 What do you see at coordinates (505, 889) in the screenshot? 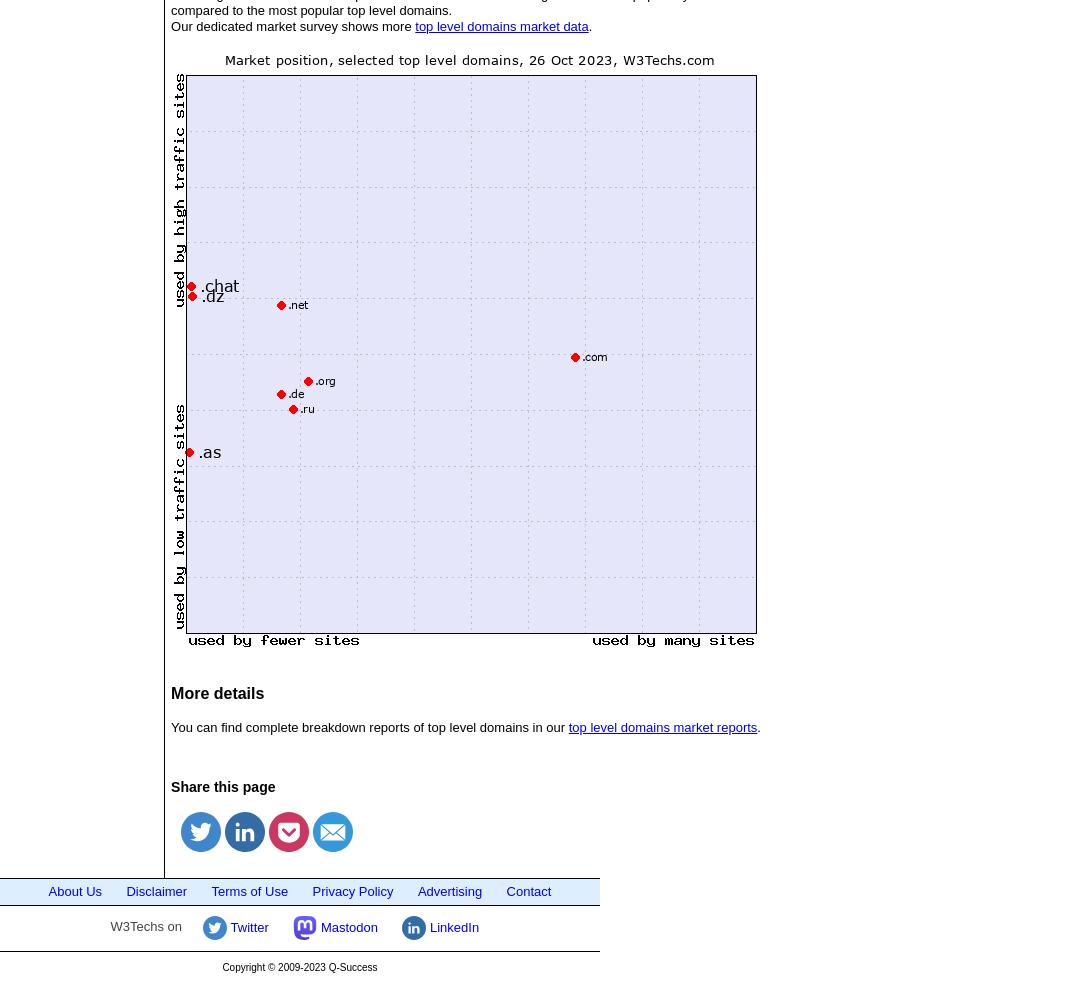
I see `'Contact'` at bounding box center [505, 889].